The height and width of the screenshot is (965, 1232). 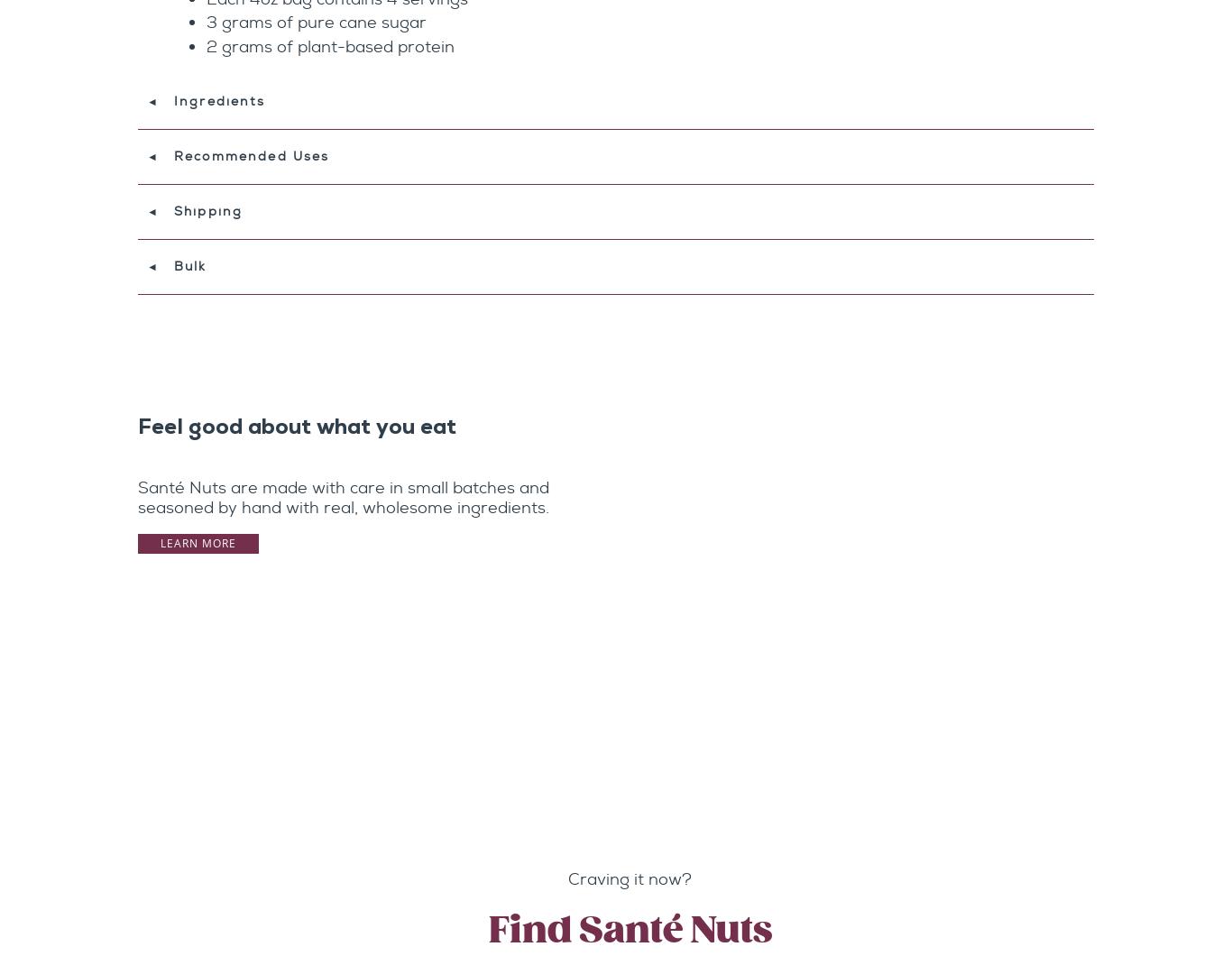 I want to click on 'Santé Nuts are made with care in small batches and seasoned by hand with real, wholesome ingredients.', so click(x=342, y=497).